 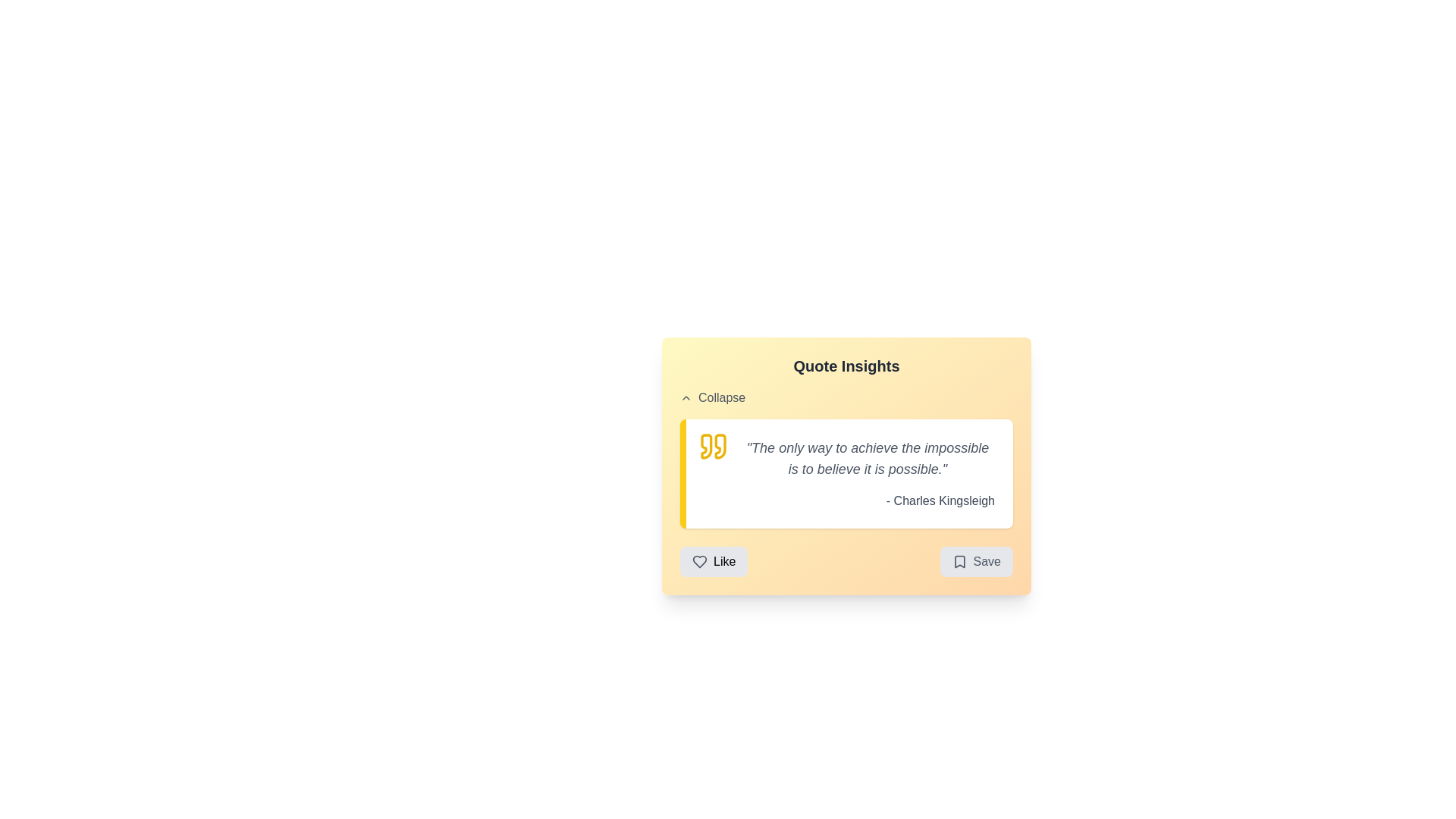 I want to click on the 'like' icon inside the 'Like' button located in the lower left corner of the quote card, so click(x=698, y=561).